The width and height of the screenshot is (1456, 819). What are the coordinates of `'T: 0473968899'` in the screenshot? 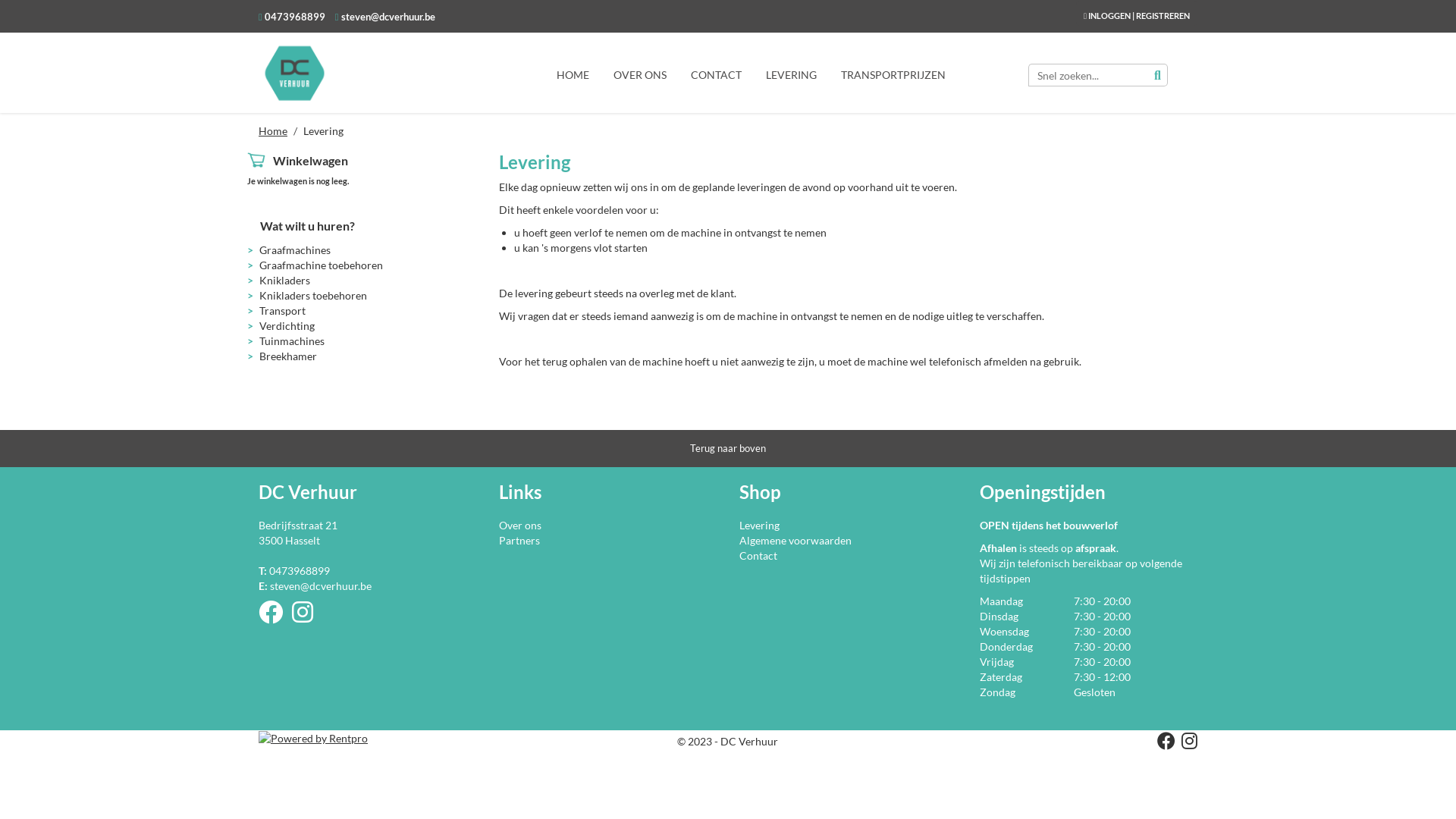 It's located at (294, 570).